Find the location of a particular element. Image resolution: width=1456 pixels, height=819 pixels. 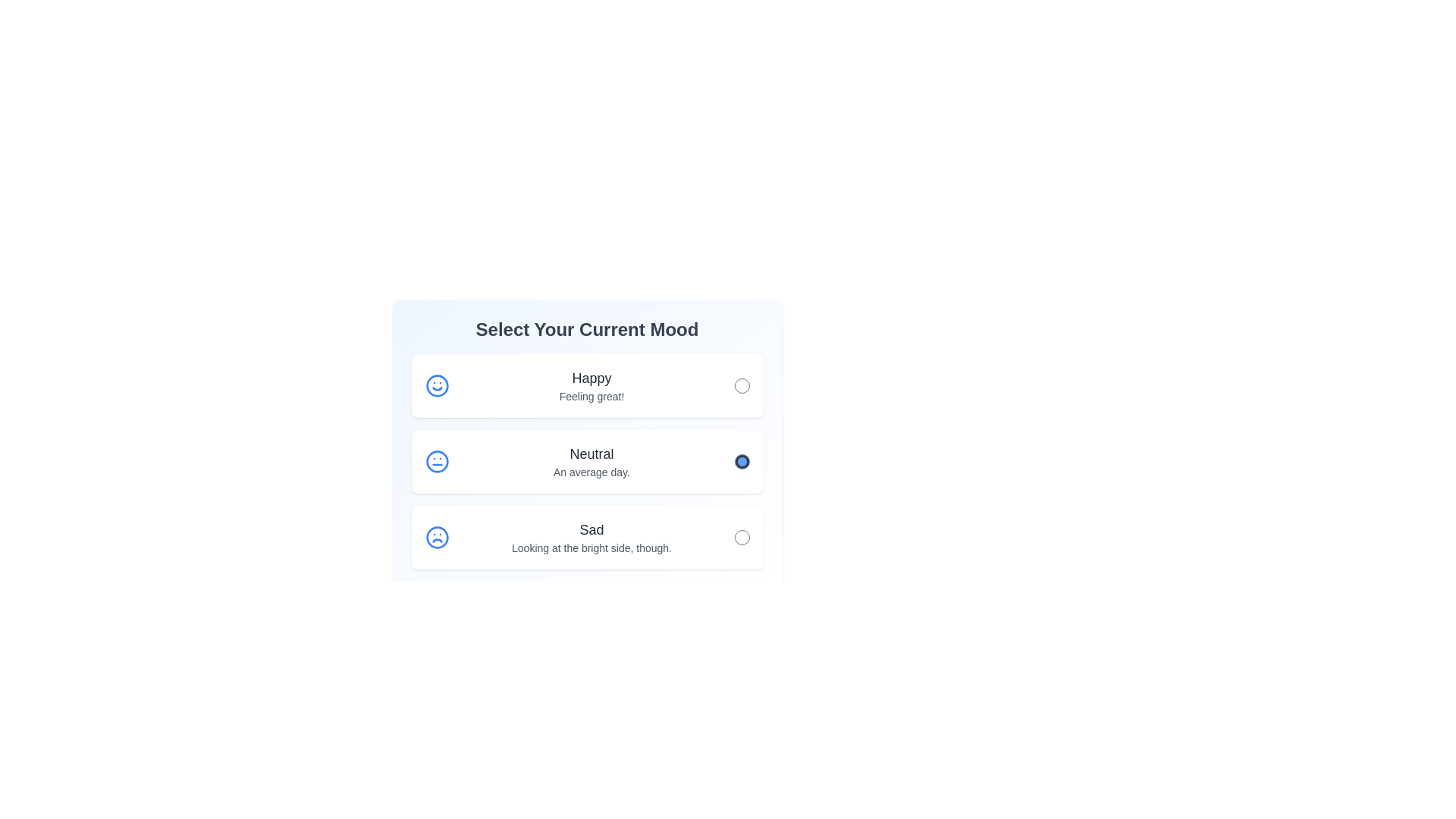

the 'Sad' mood radio button option is located at coordinates (586, 537).